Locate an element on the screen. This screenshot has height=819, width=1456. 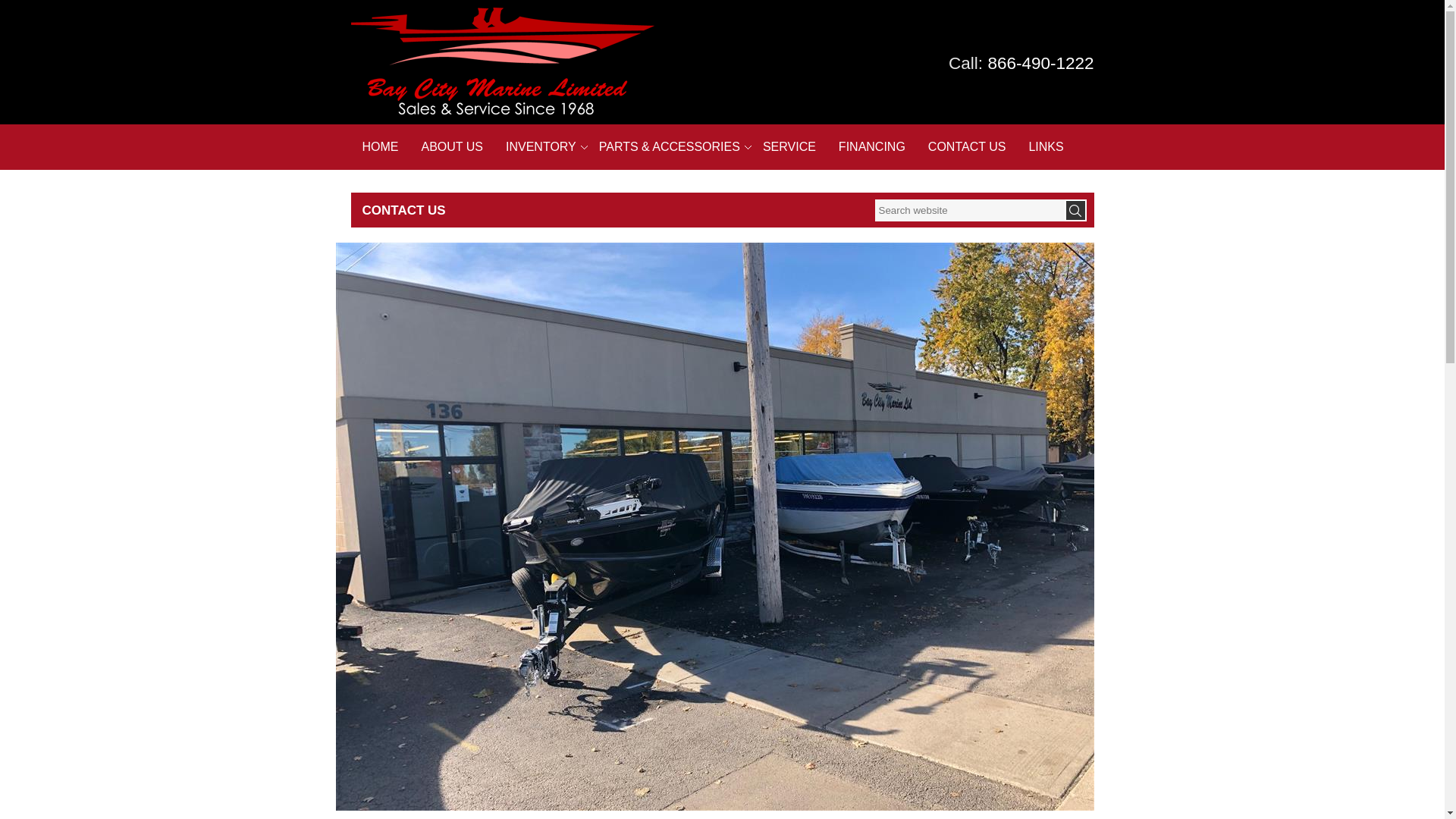
'HOME' is located at coordinates (379, 146).